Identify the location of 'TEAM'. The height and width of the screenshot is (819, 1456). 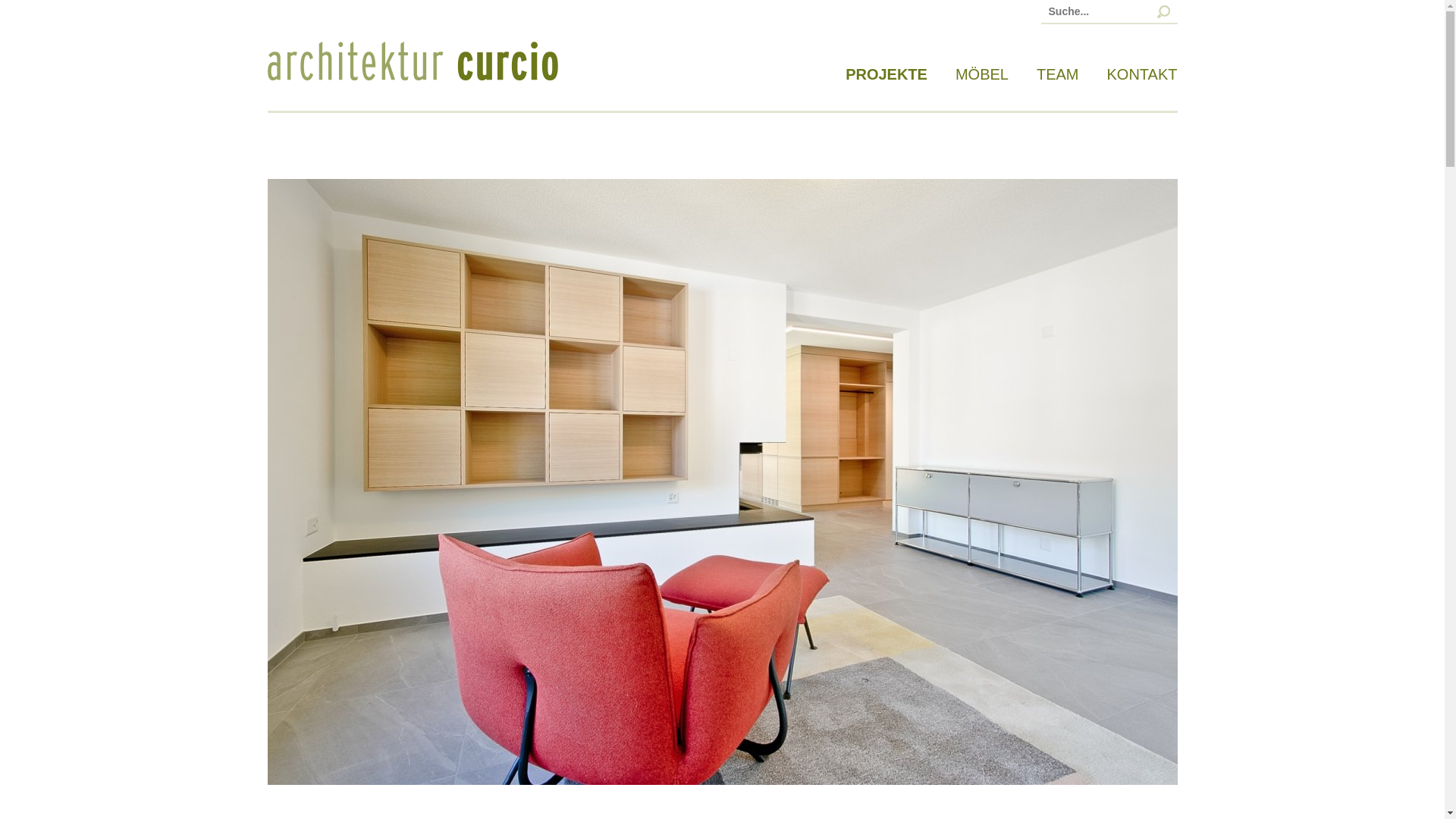
(1057, 74).